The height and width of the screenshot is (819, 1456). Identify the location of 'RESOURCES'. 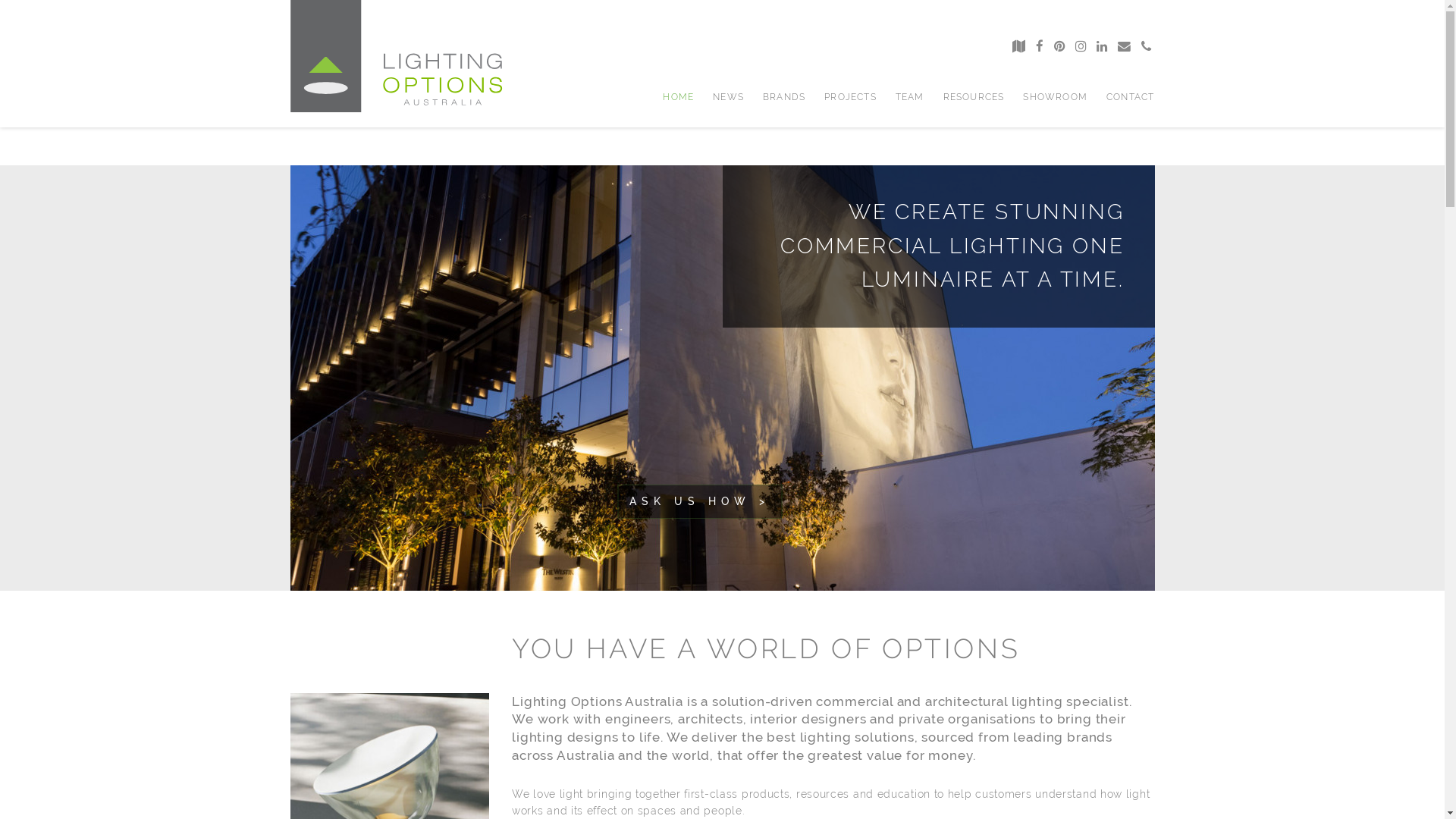
(974, 96).